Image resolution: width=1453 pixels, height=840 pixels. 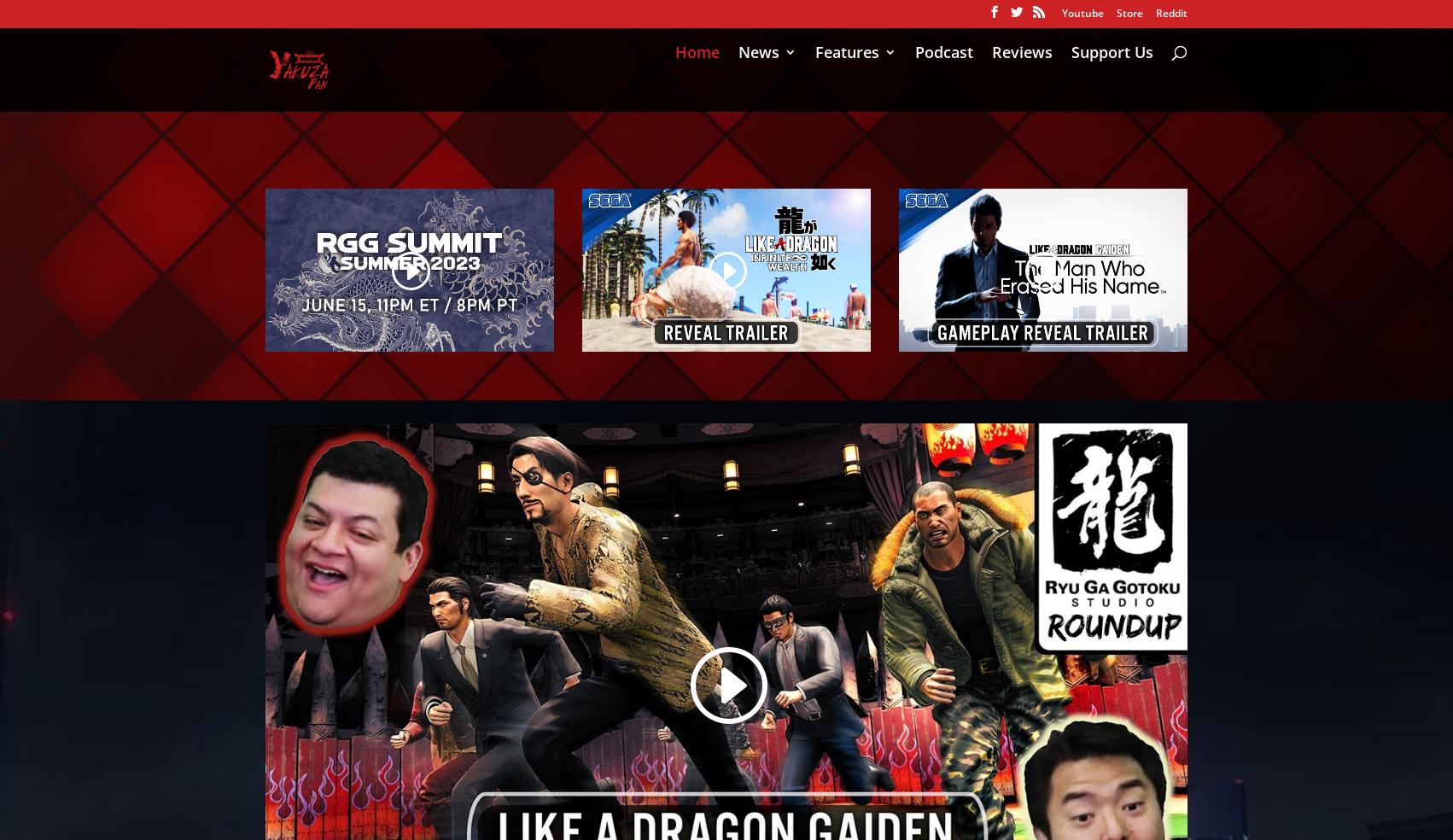 What do you see at coordinates (806, 251) in the screenshot?
I see `'Spin-Offs'` at bounding box center [806, 251].